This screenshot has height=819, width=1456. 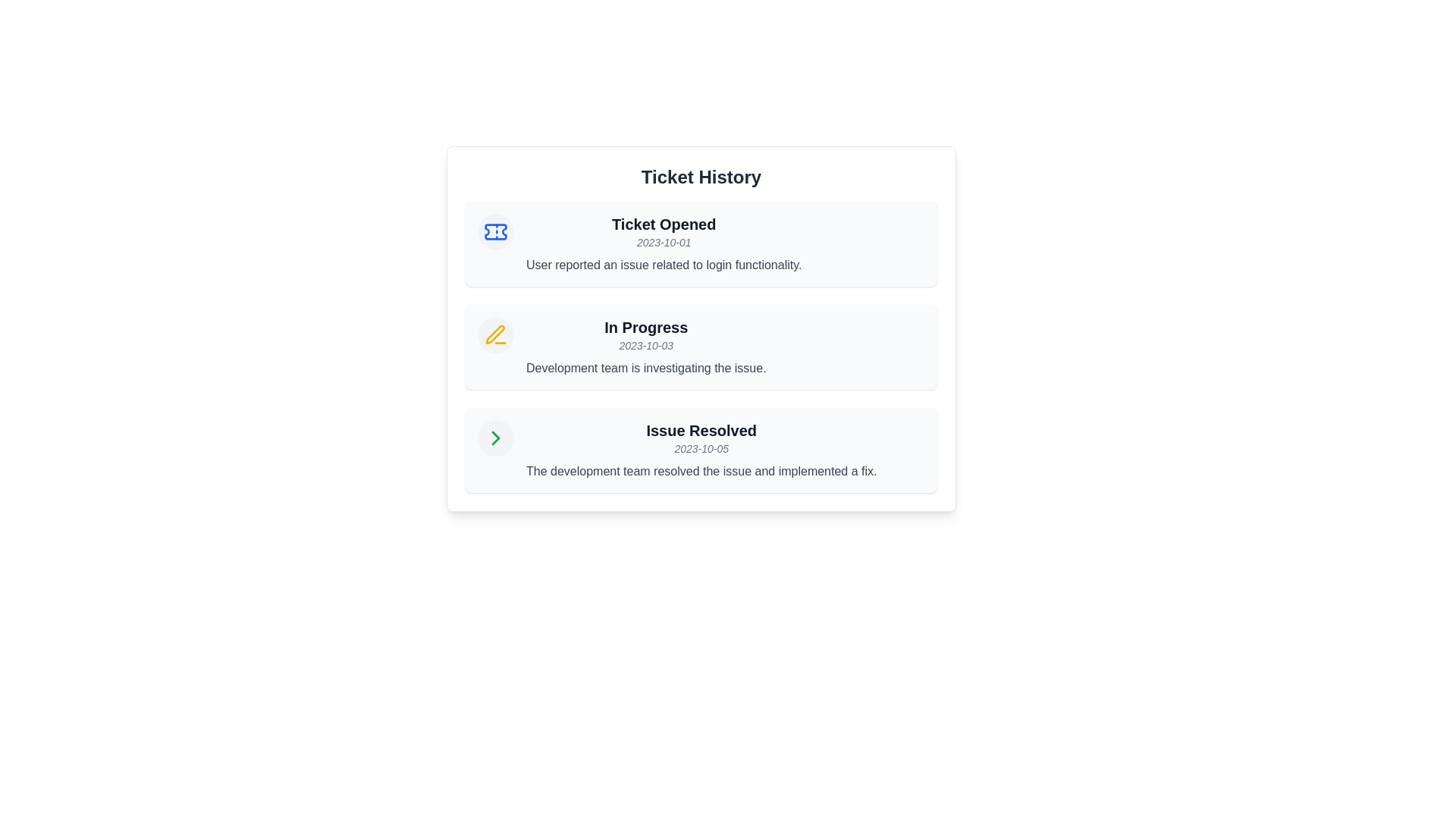 I want to click on the small, italicized text displaying the date '2023-10-01' located beneath the bolded heading 'Ticket Opened' in the 'Ticket History' interface, so click(x=664, y=242).